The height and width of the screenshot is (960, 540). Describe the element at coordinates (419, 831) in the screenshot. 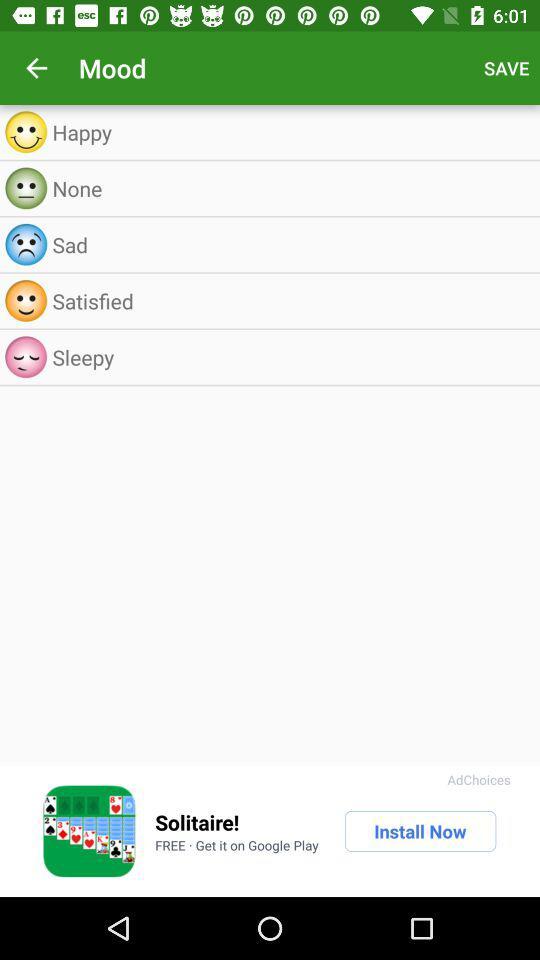

I see `the item to the right of the free get it` at that location.